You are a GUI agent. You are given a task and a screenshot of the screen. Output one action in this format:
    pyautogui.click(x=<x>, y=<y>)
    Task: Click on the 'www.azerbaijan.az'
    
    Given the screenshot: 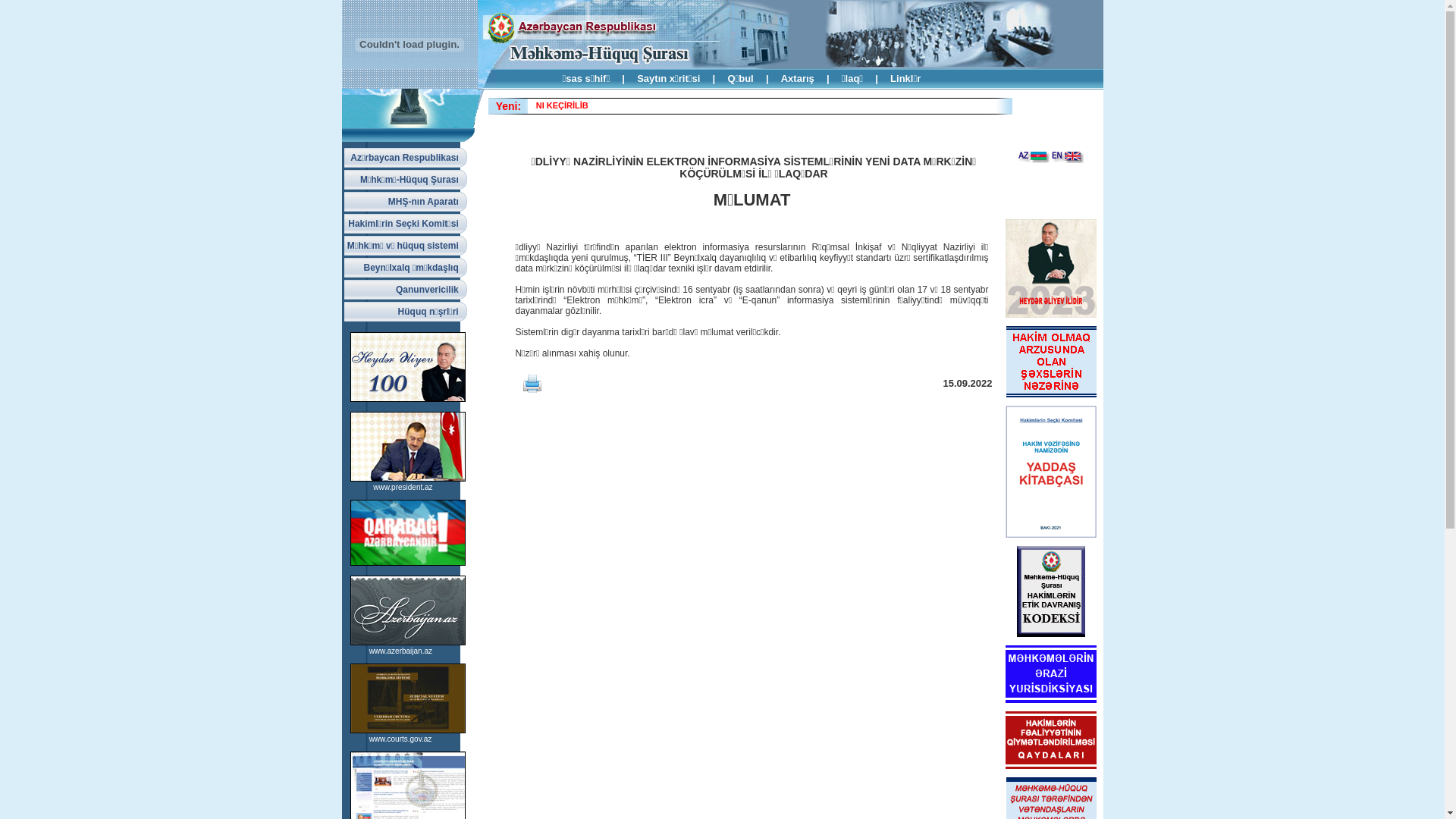 What is the action you would take?
    pyautogui.click(x=400, y=650)
    